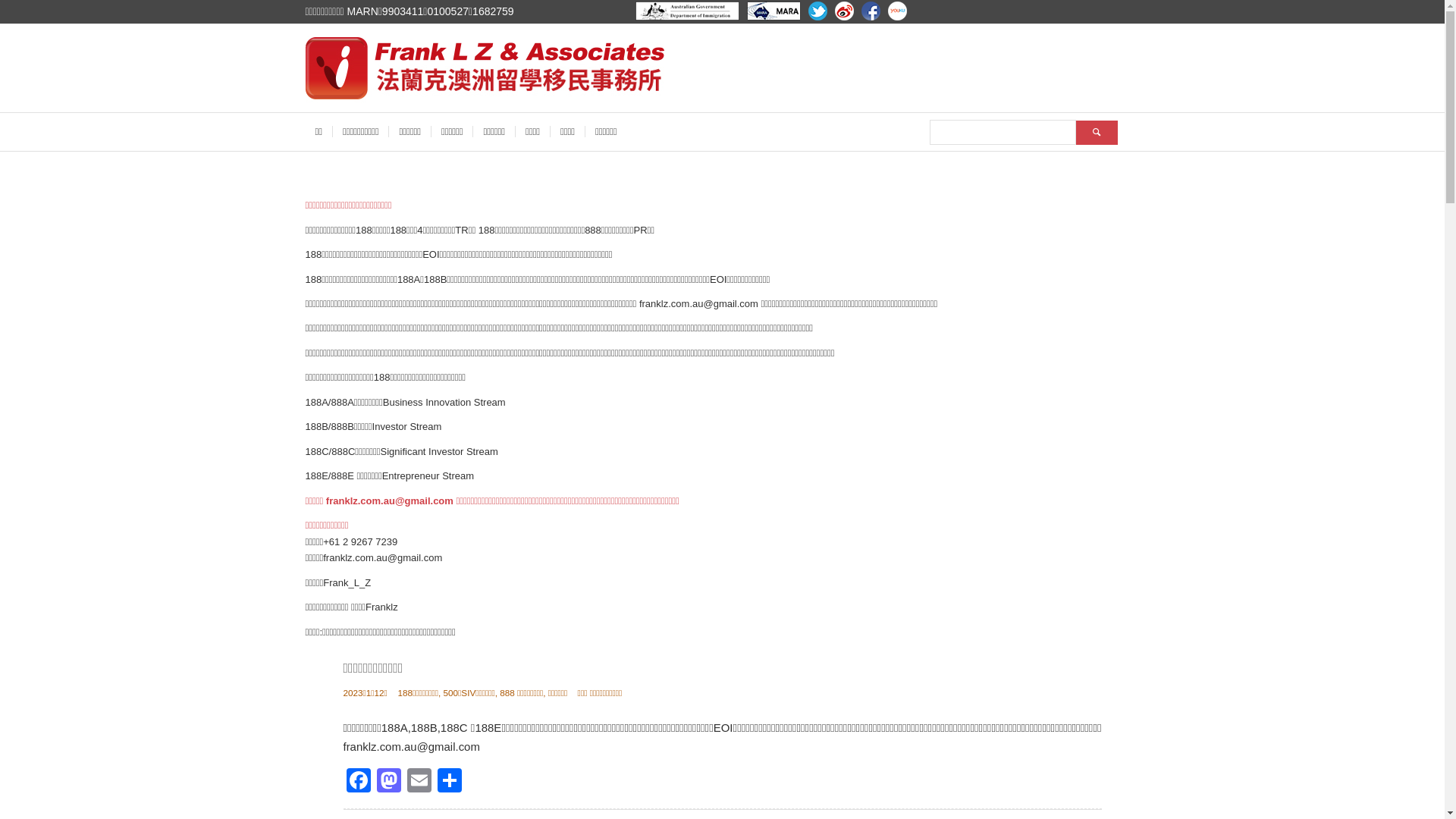 This screenshot has width=1456, height=819. Describe the element at coordinates (388, 782) in the screenshot. I see `'Mastodon'` at that location.